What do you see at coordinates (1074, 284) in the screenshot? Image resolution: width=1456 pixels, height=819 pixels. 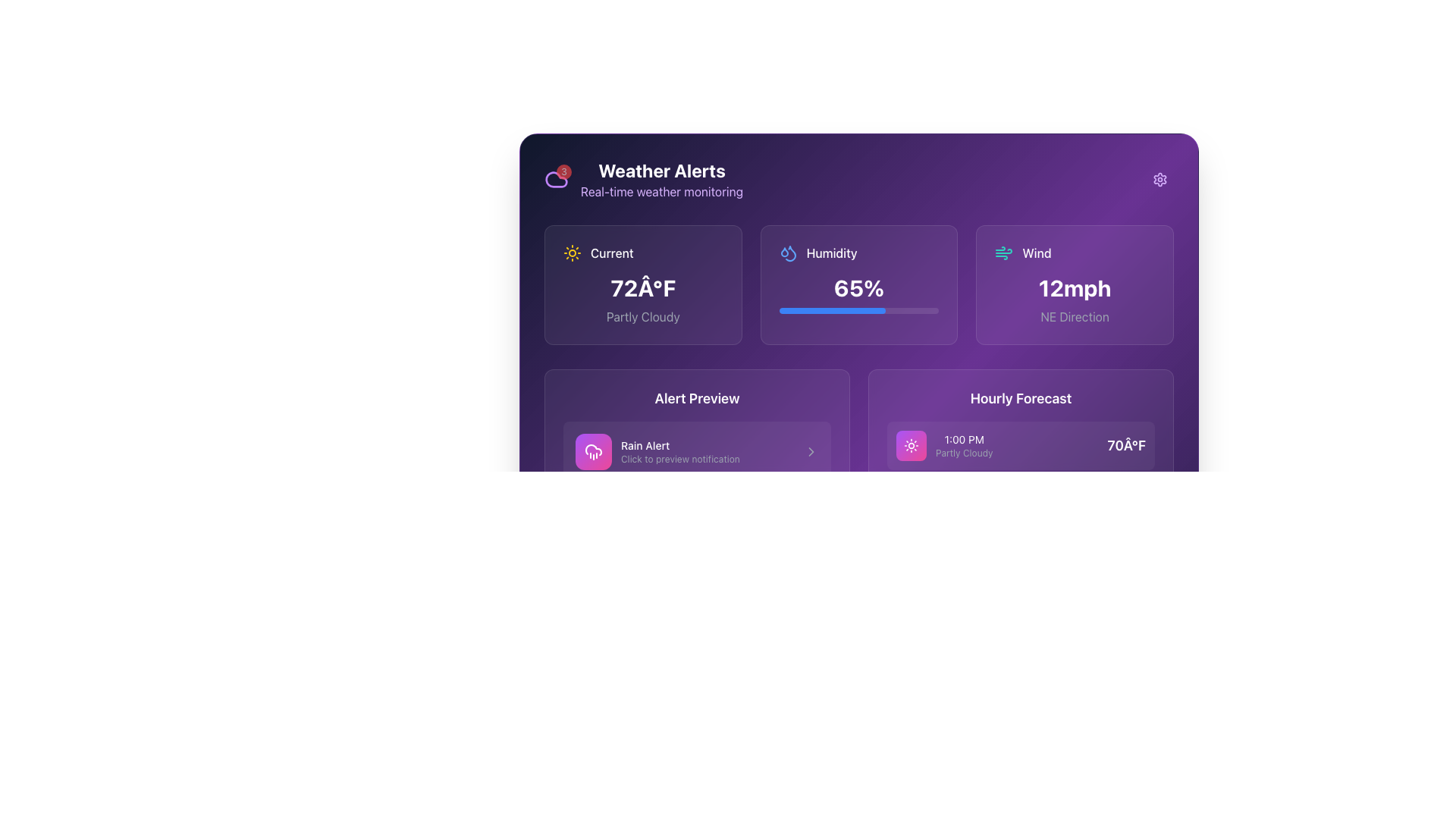 I see `the Information Card displaying current wind information, which shows speed ('12mph') and direction ('NE Direction') in the upper right quadrant of the interface` at bounding box center [1074, 284].